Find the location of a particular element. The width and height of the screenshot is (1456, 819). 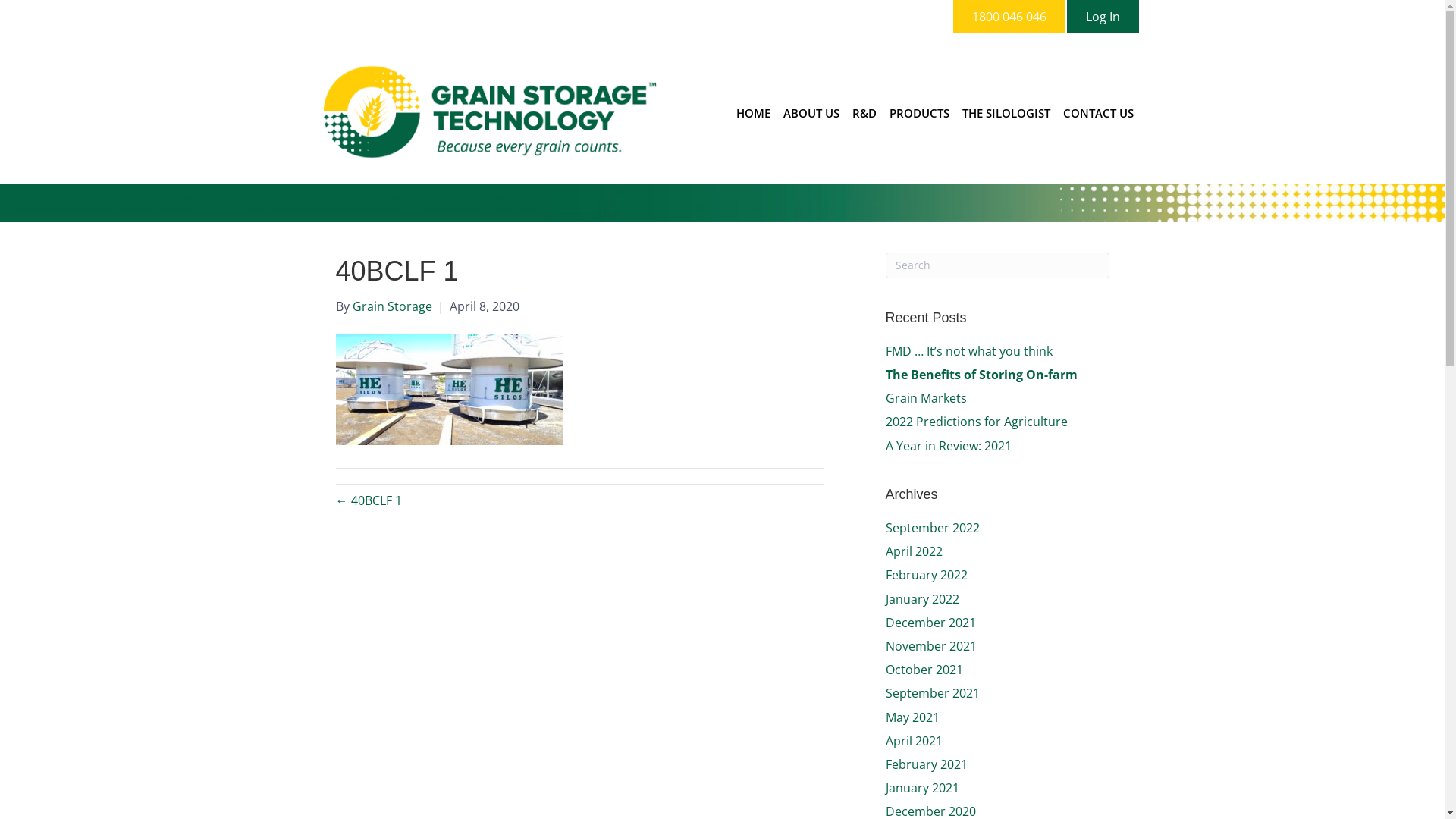

'A Year in Review: 2021' is located at coordinates (948, 444).